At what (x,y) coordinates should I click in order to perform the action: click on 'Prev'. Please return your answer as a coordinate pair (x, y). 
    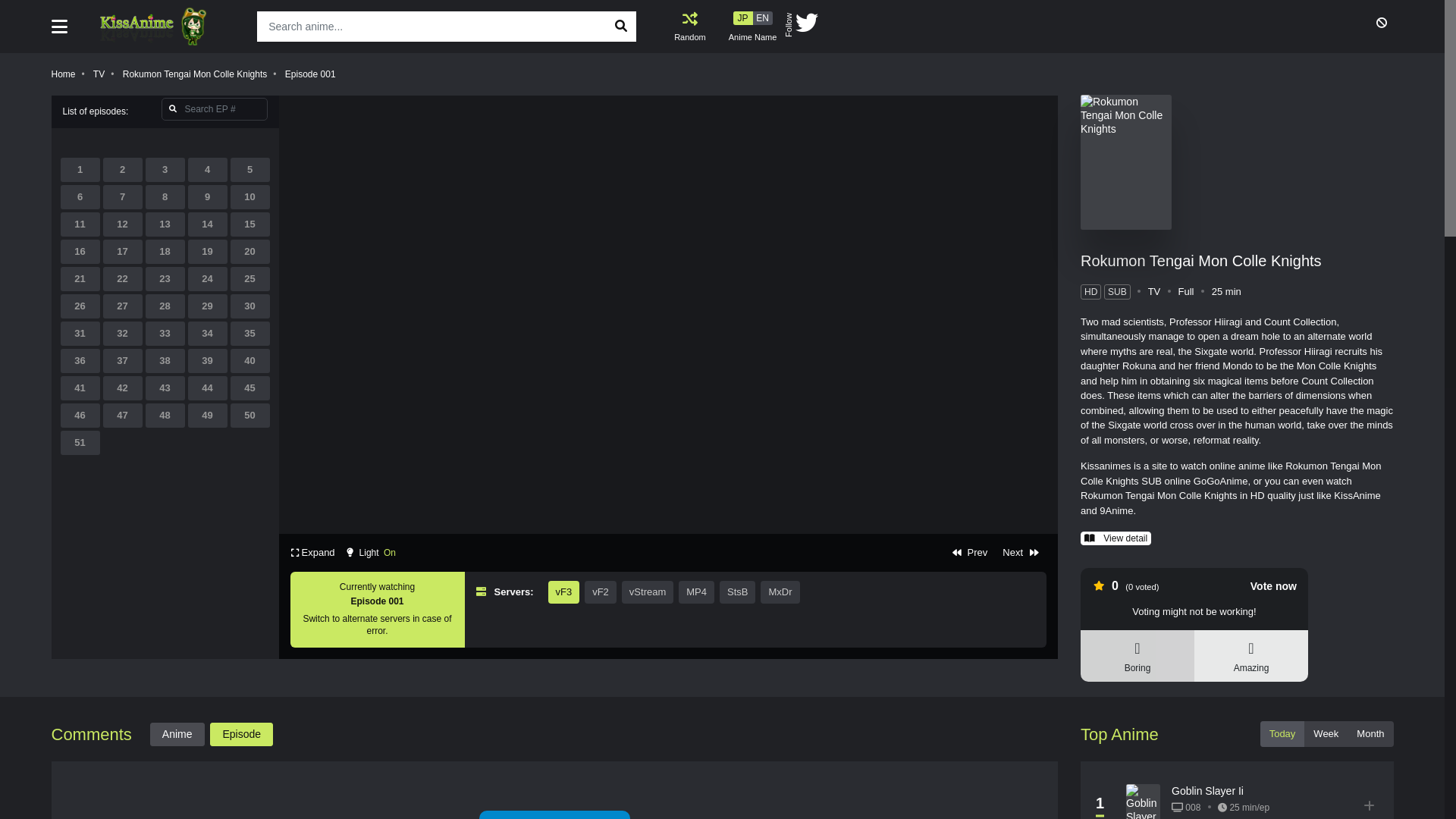
    Looking at the image, I should click on (968, 553).